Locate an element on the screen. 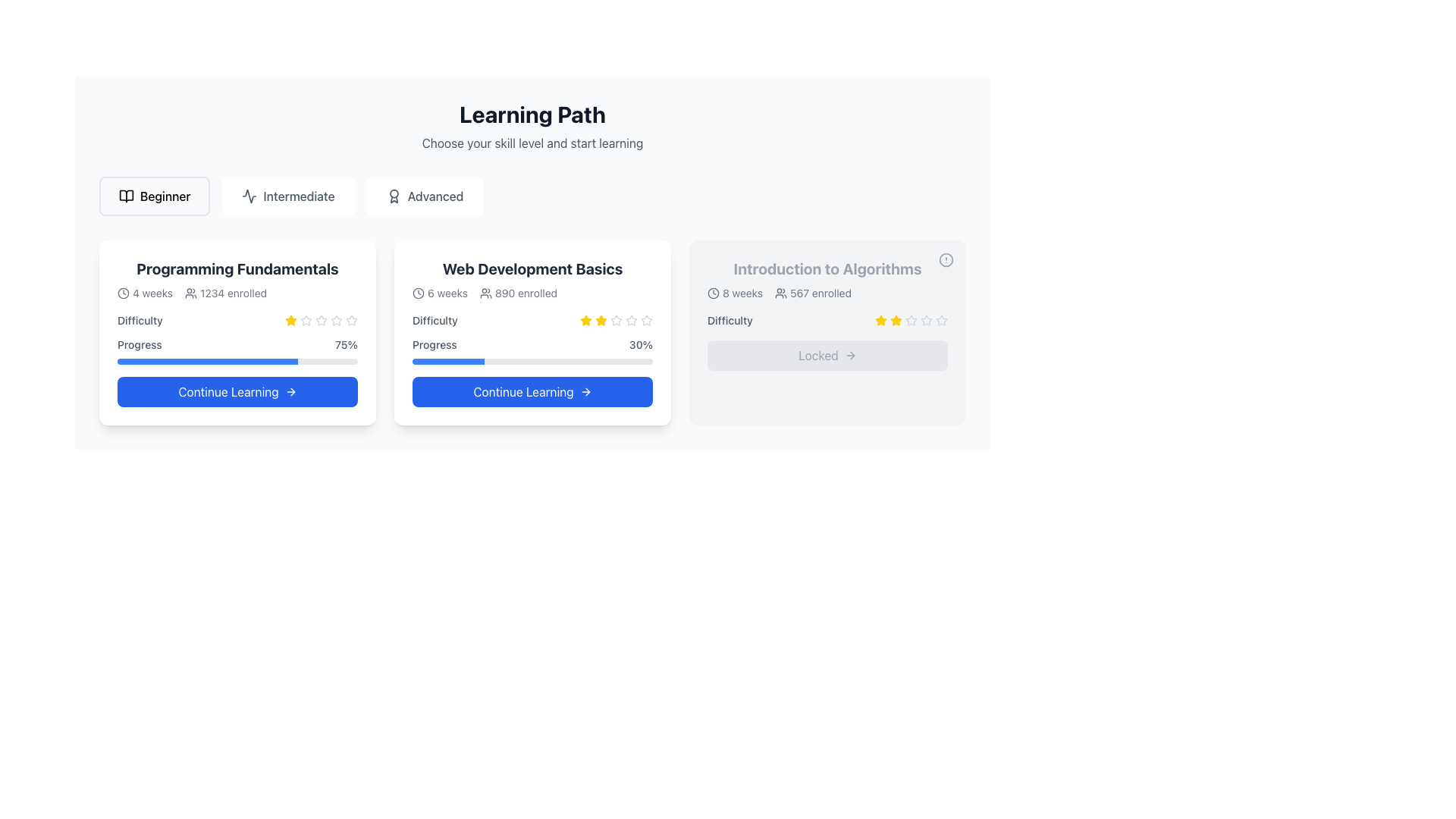 This screenshot has height=819, width=1456. the third rating star for the course 'Introduction to Algorithms', which represents the selection state for rating the course is located at coordinates (941, 319).